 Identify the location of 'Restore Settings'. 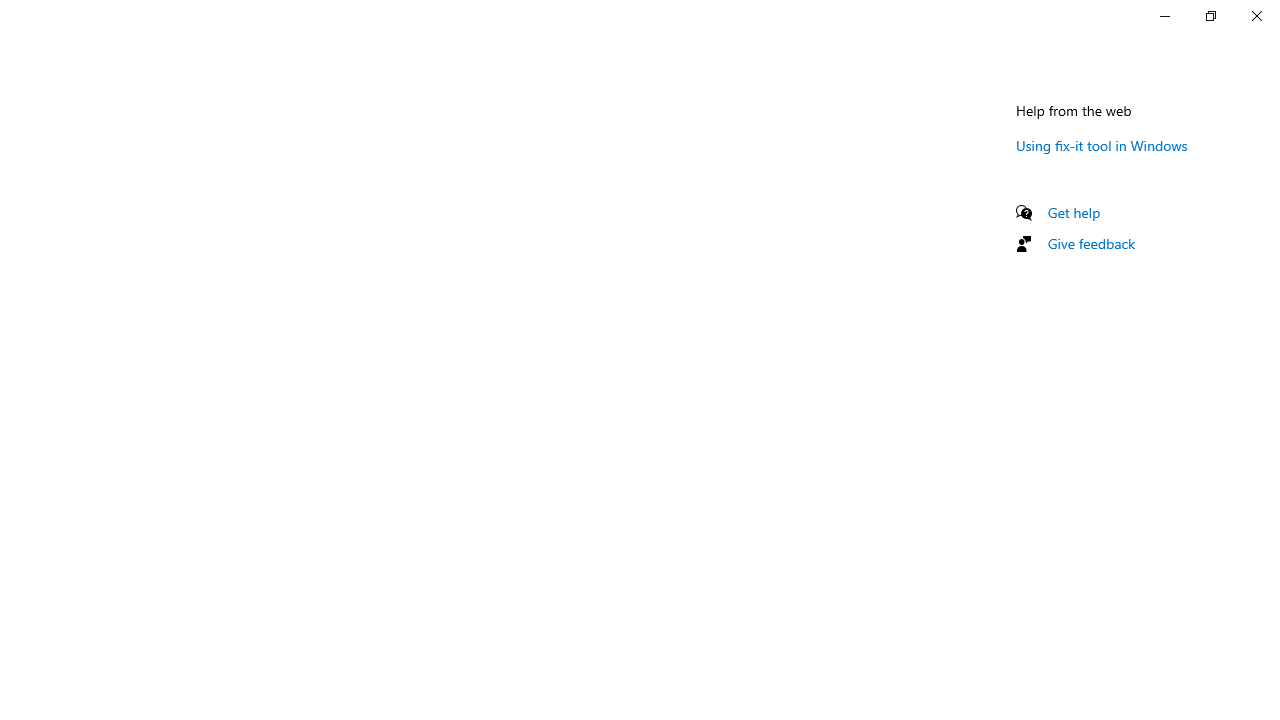
(1209, 15).